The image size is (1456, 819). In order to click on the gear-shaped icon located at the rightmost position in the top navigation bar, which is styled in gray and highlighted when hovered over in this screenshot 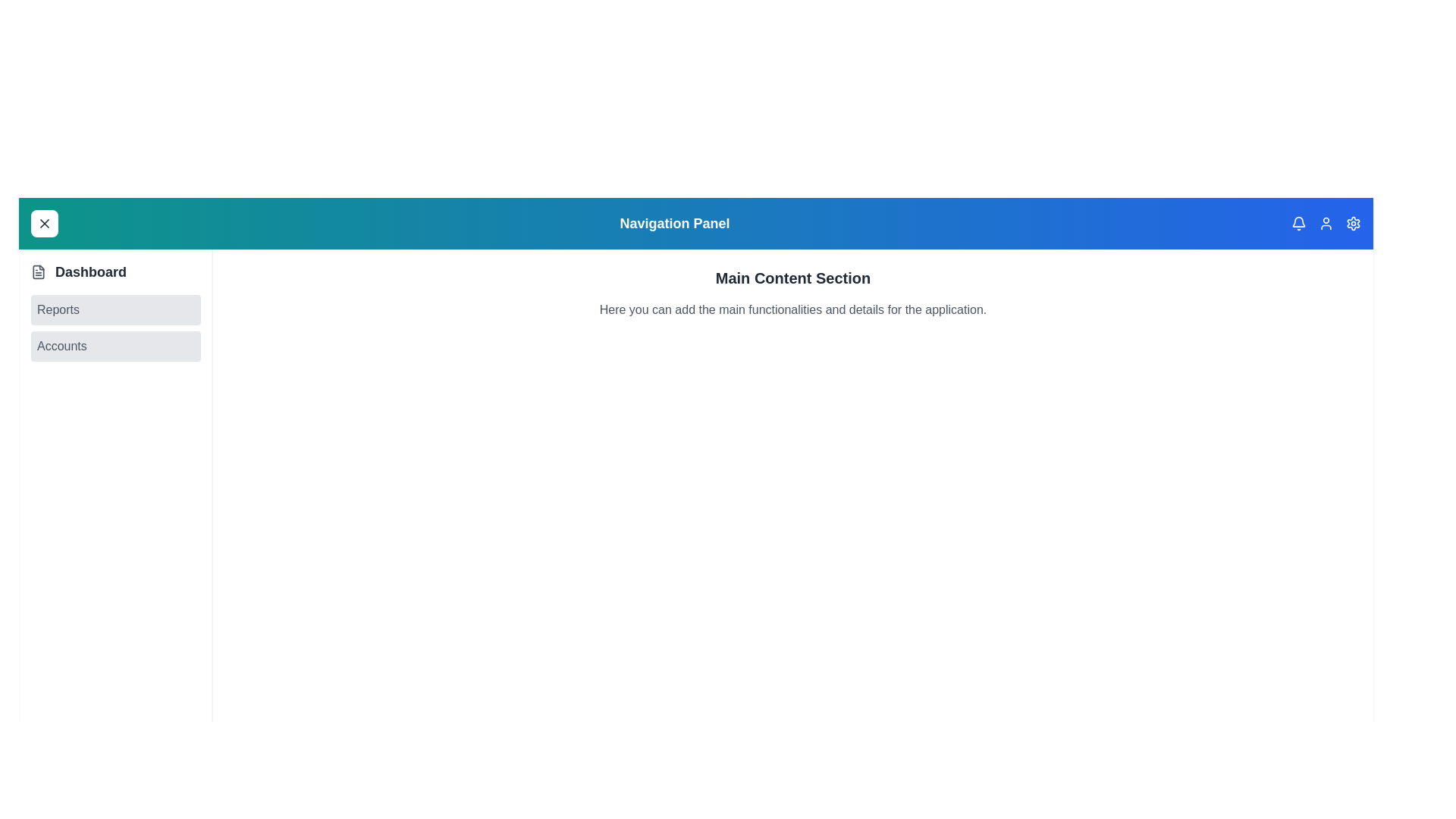, I will do `click(1354, 223)`.